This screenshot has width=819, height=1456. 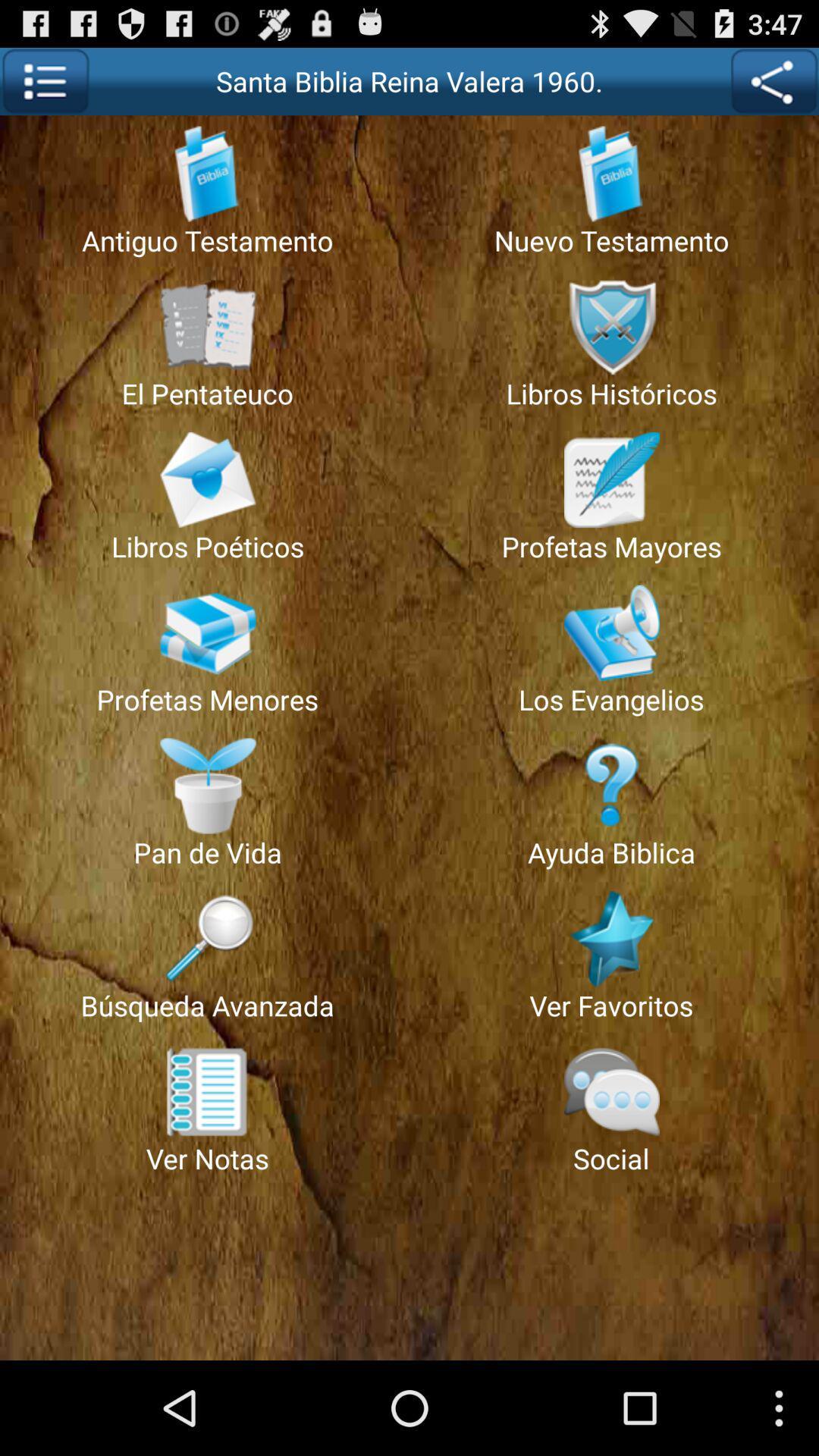 What do you see at coordinates (44, 80) in the screenshot?
I see `menu icon` at bounding box center [44, 80].